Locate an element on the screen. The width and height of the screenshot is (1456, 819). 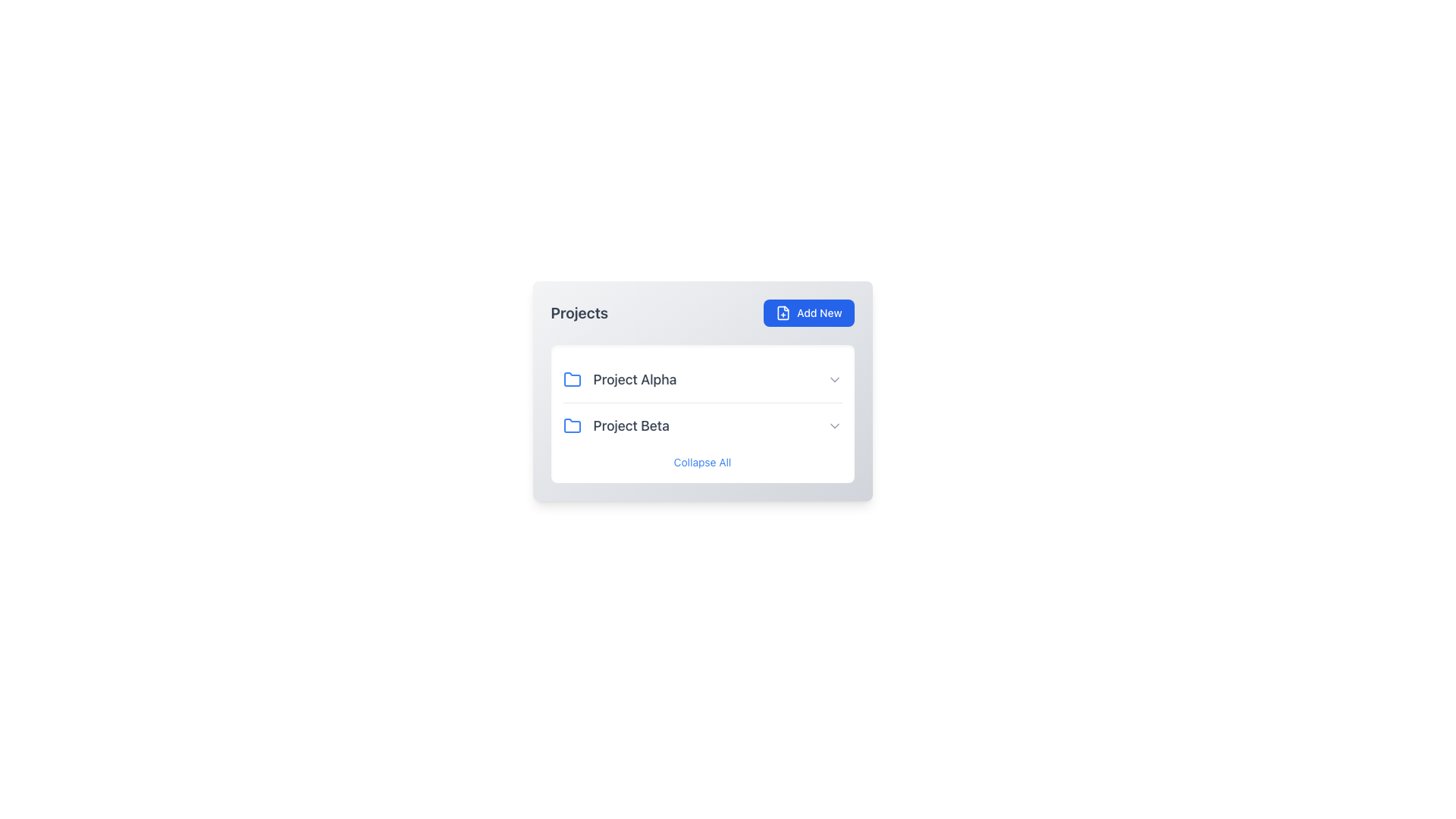
the blue outlined document icon with a plus sign located in the 'Add New' button at the top-right corner of the project folders management card is located at coordinates (783, 312).